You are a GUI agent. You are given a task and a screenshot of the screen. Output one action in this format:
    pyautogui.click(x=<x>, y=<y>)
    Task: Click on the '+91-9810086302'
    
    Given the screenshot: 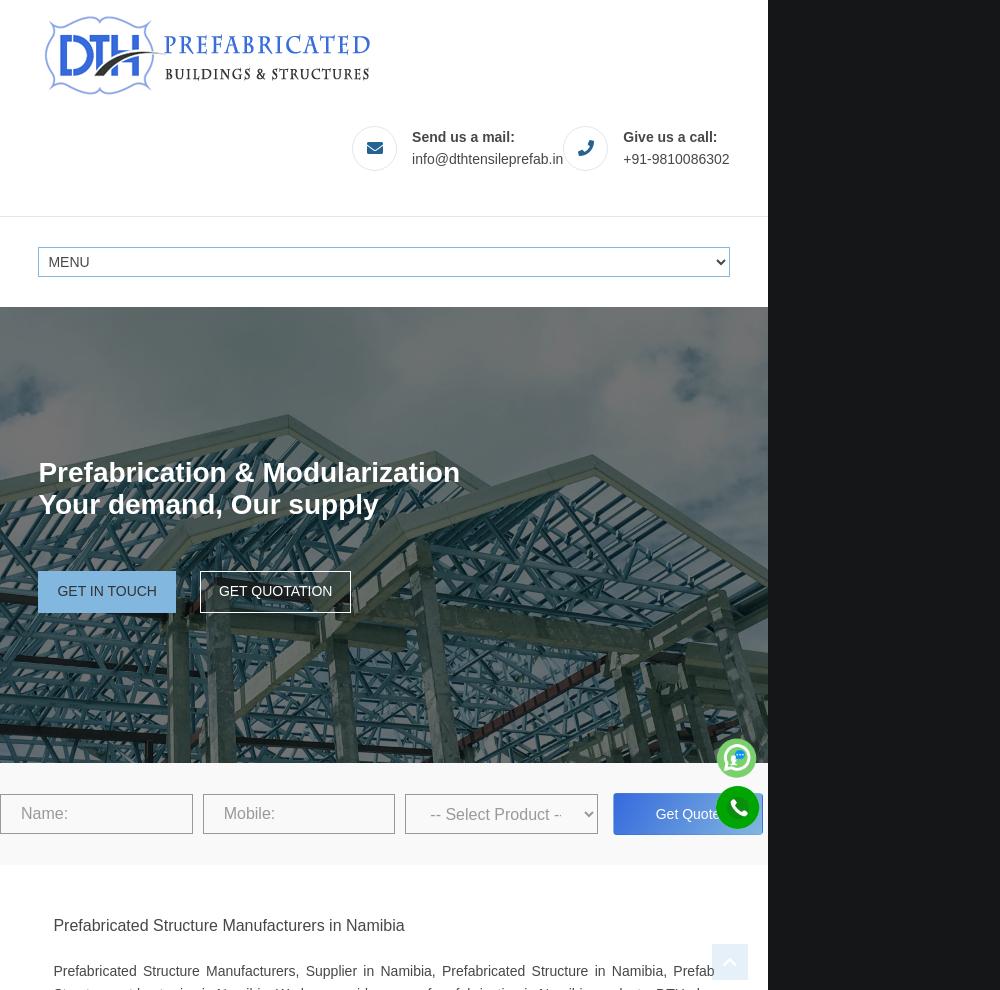 What is the action you would take?
    pyautogui.click(x=676, y=158)
    